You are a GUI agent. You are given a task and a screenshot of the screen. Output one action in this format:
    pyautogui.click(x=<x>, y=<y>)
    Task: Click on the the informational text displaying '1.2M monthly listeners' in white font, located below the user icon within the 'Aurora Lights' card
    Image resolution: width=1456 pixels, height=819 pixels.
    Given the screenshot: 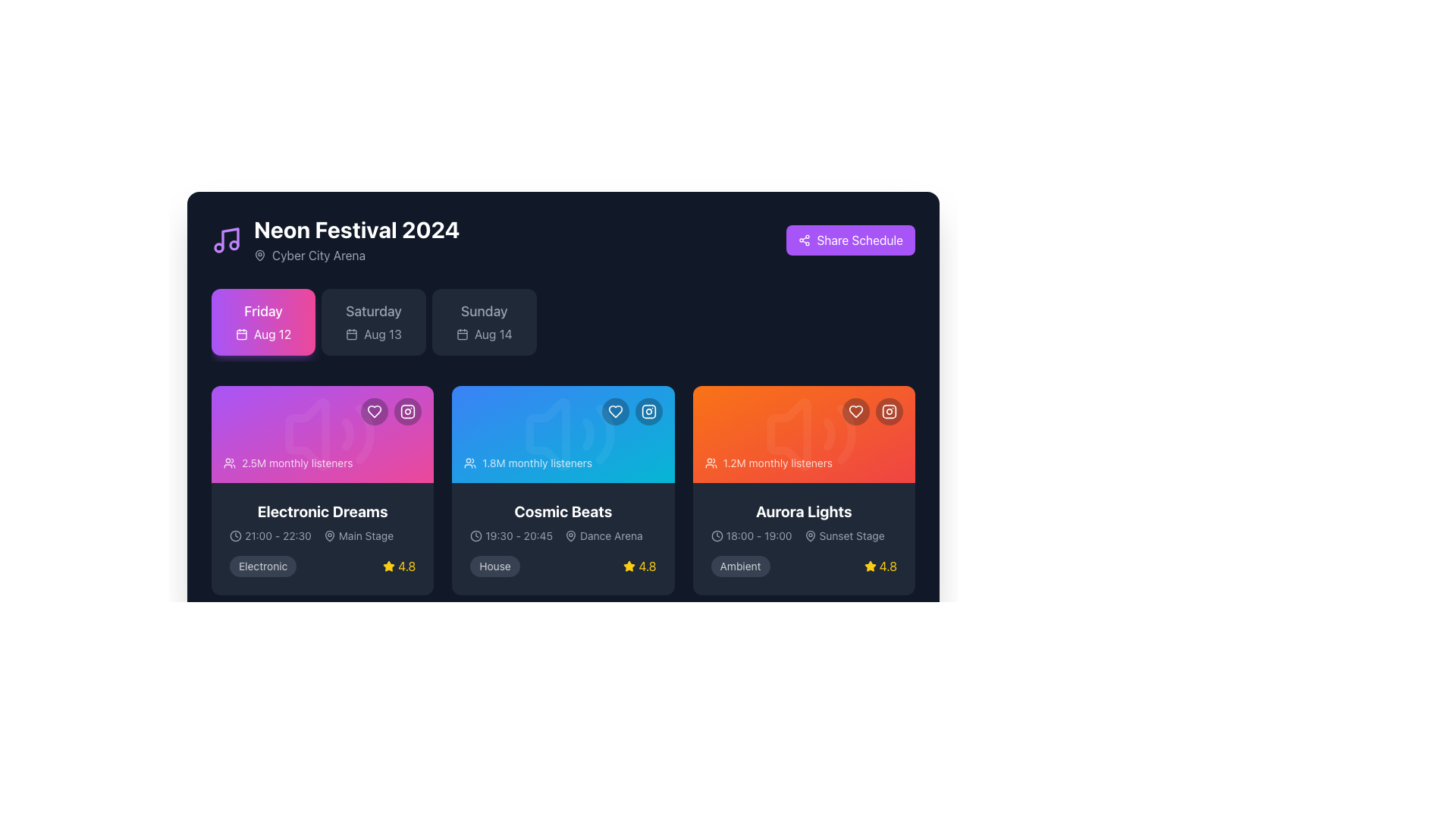 What is the action you would take?
    pyautogui.click(x=777, y=462)
    